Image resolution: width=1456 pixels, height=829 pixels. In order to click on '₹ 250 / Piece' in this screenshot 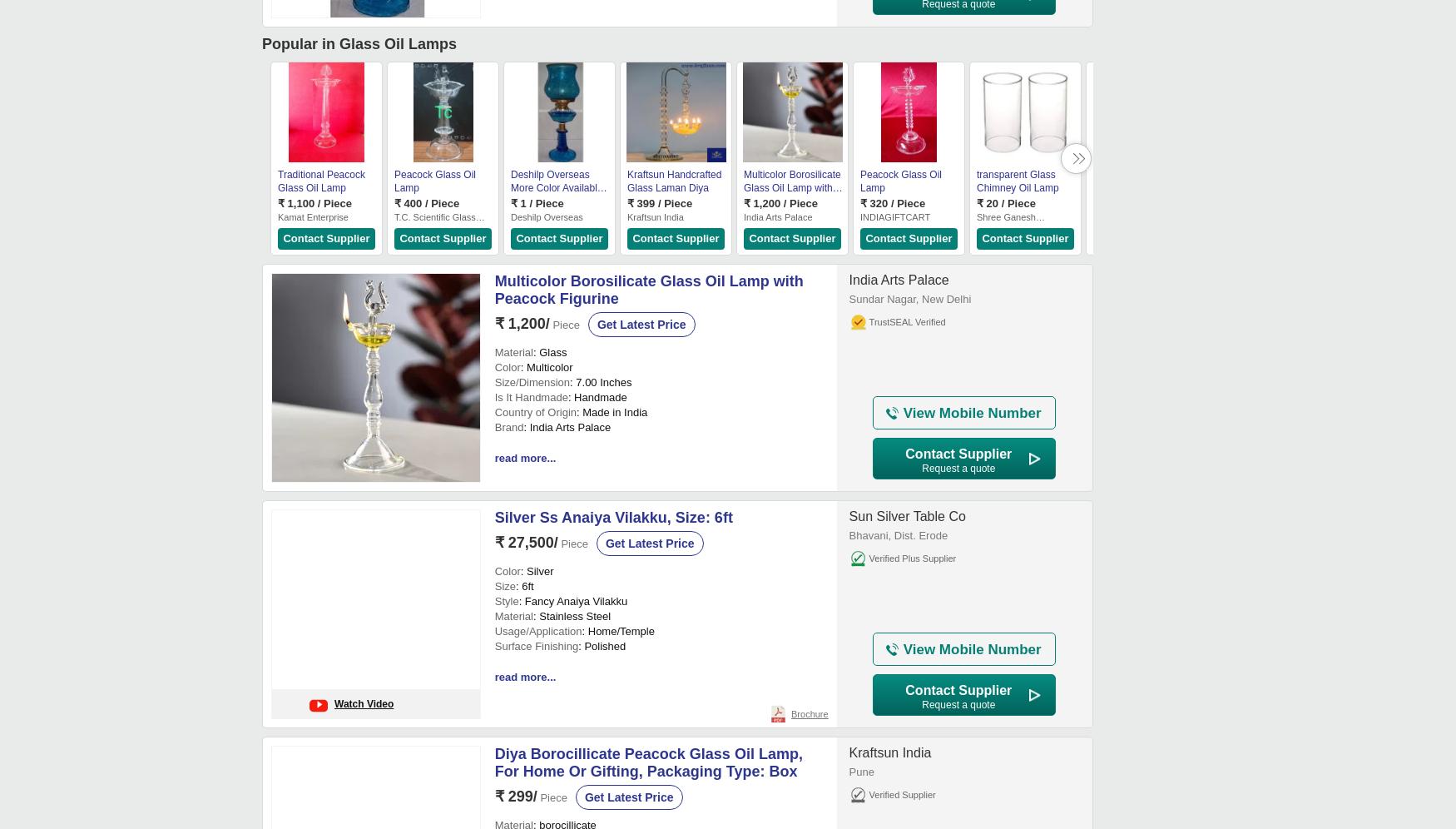, I will do `click(1125, 202)`.